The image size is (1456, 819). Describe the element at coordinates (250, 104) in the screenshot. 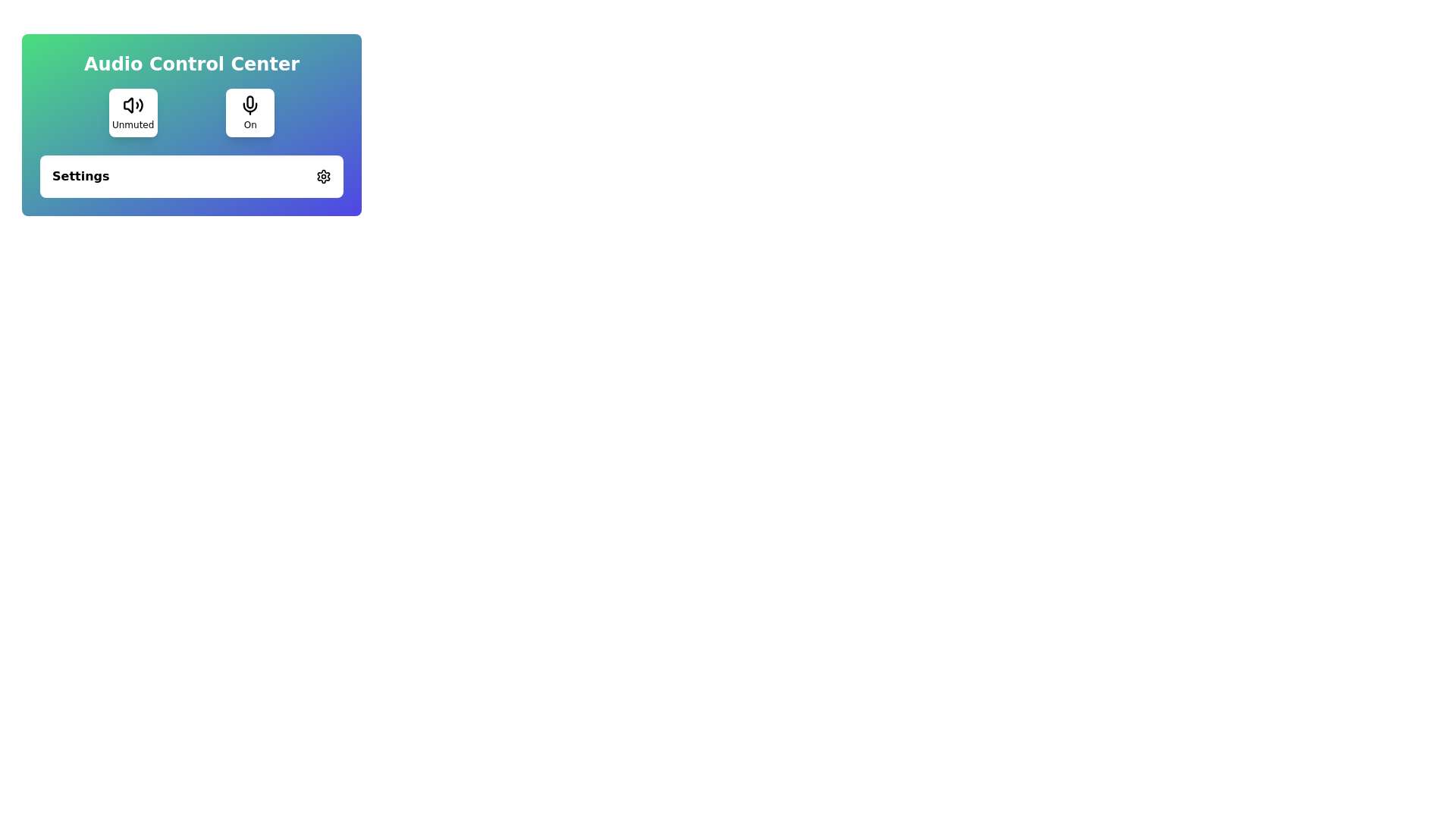

I see `the microphone icon within the 'Audio Control Center'` at that location.